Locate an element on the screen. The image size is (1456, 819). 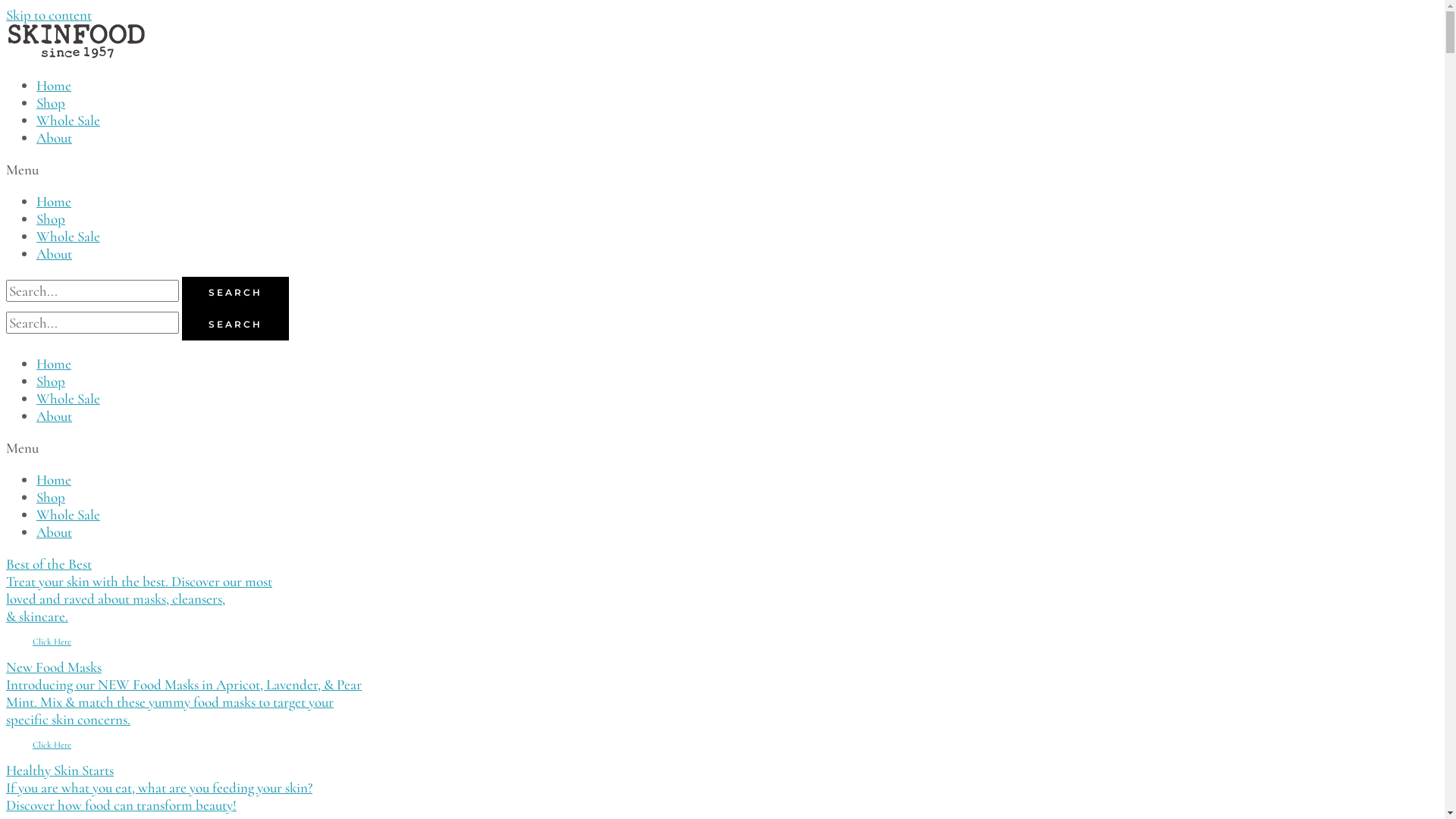
'SEARCH' is located at coordinates (234, 324).